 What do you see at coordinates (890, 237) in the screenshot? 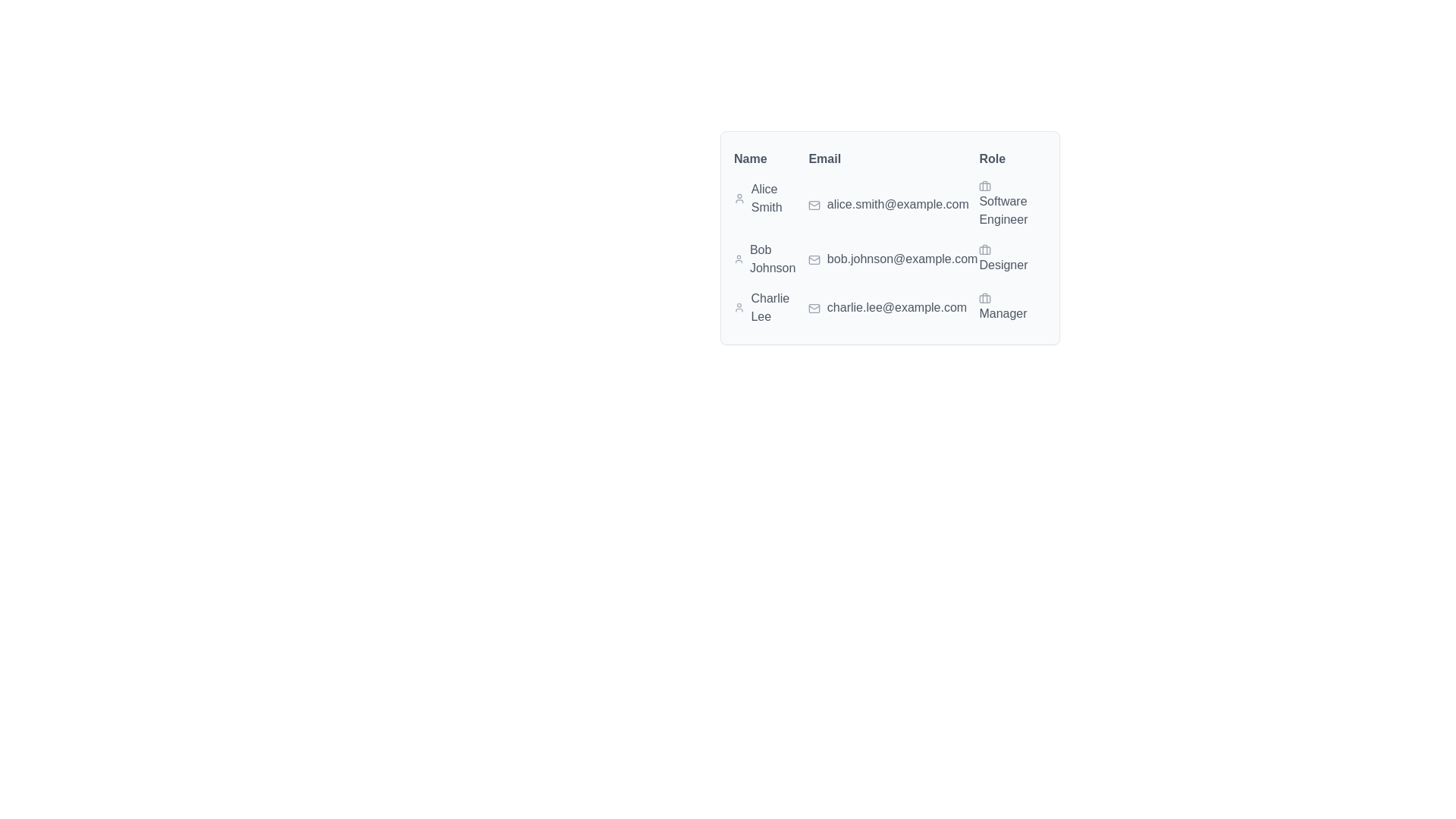
I see `the email addresses in the Data Table, which are displayed as links in the second column labeled 'Email'` at bounding box center [890, 237].